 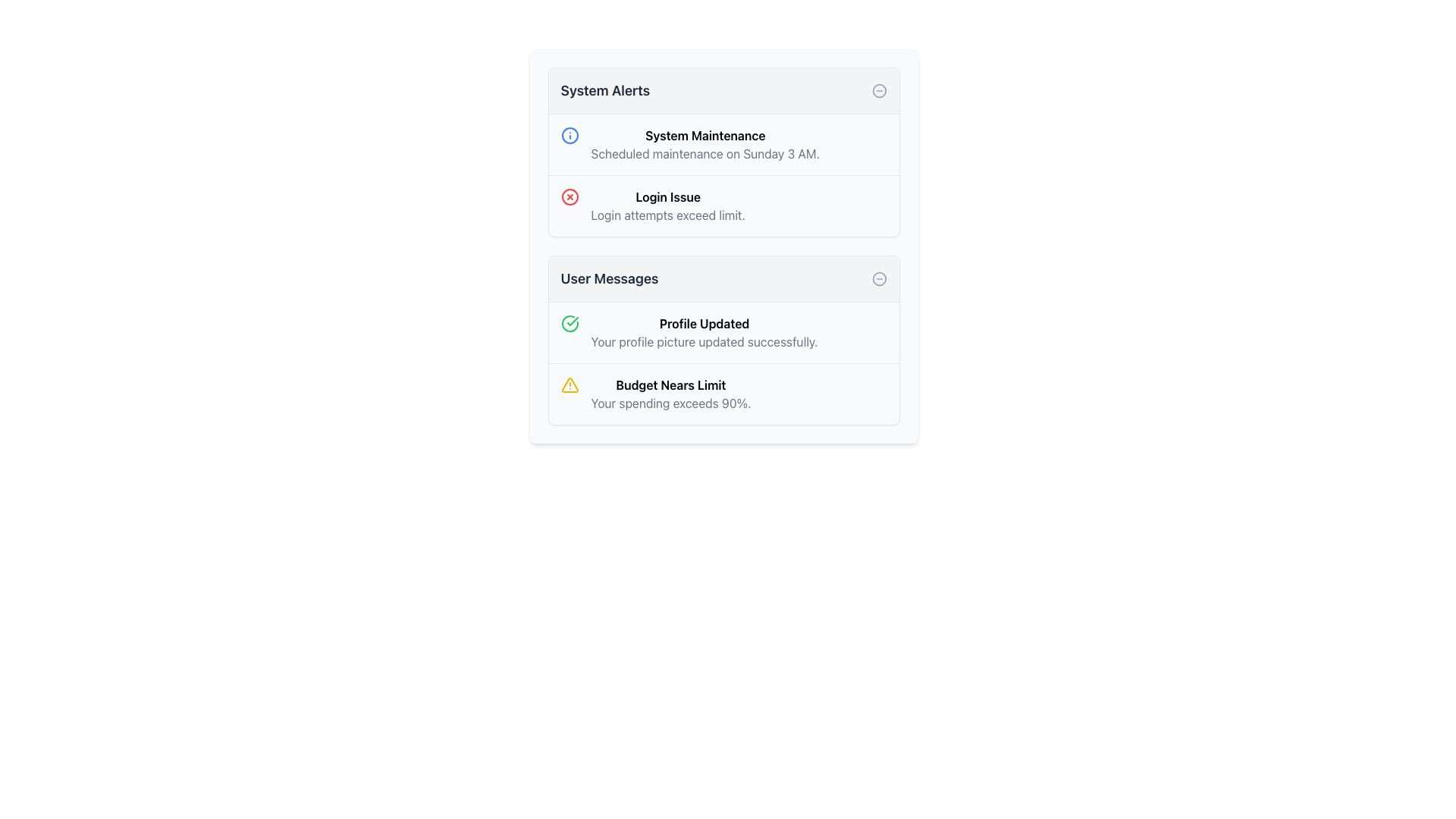 What do you see at coordinates (879, 90) in the screenshot?
I see `the circular gray icon with a minus sign inside it, located on the right side of the 'System Alerts' title in the header section of the panel` at bounding box center [879, 90].